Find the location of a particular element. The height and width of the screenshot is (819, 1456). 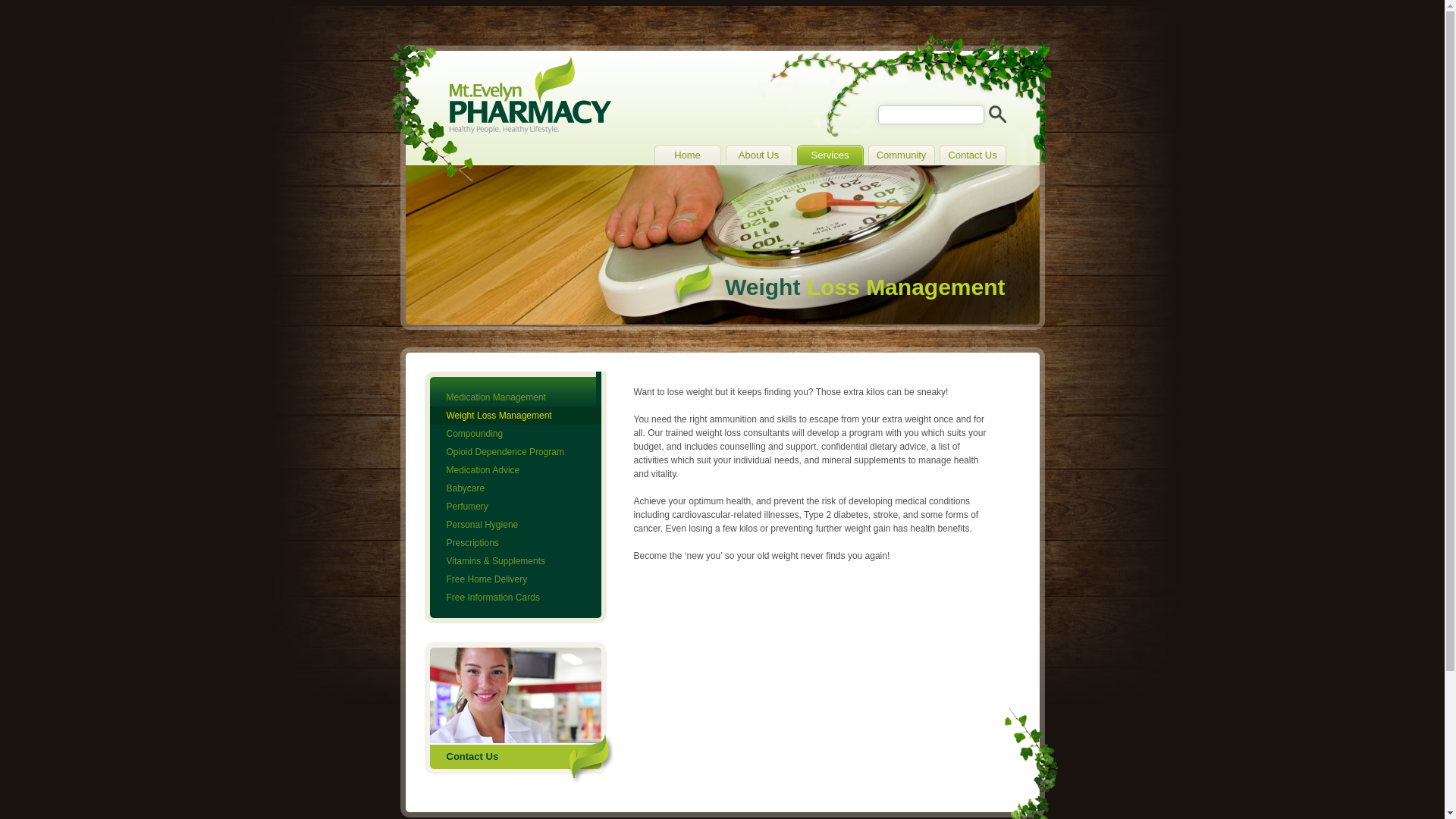

'Contact Us' is located at coordinates (519, 713).